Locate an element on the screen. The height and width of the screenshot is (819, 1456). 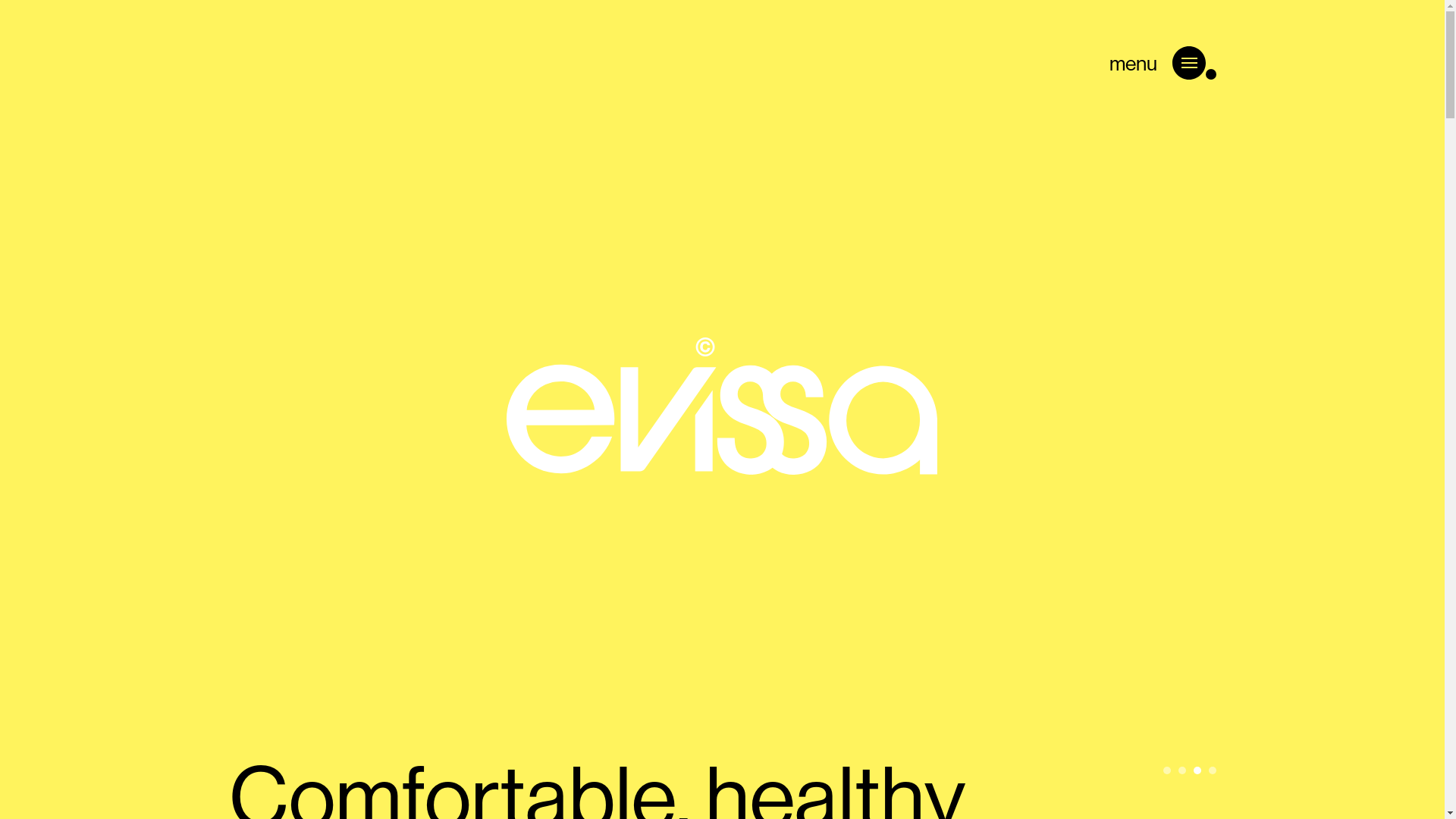
'menu' is located at coordinates (1161, 43).